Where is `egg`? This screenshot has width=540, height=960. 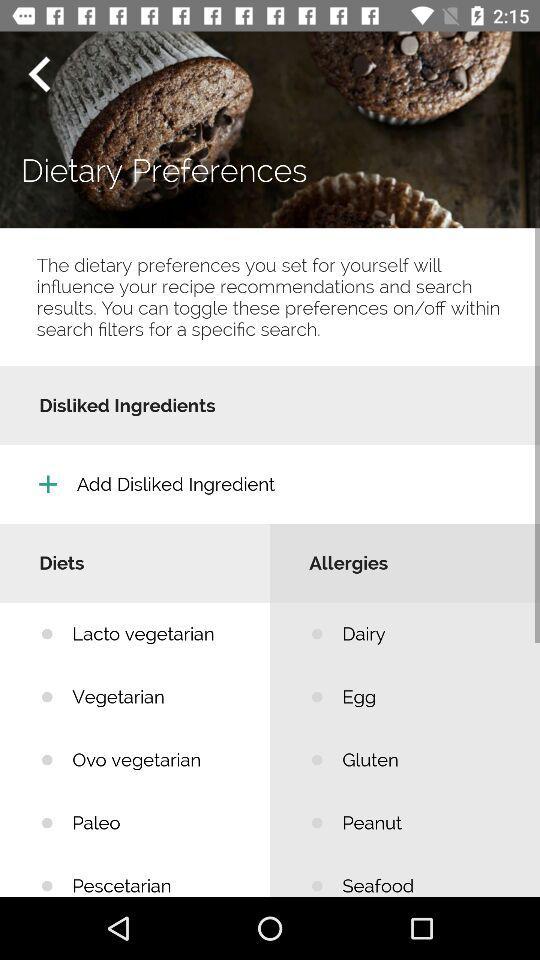
egg is located at coordinates (425, 697).